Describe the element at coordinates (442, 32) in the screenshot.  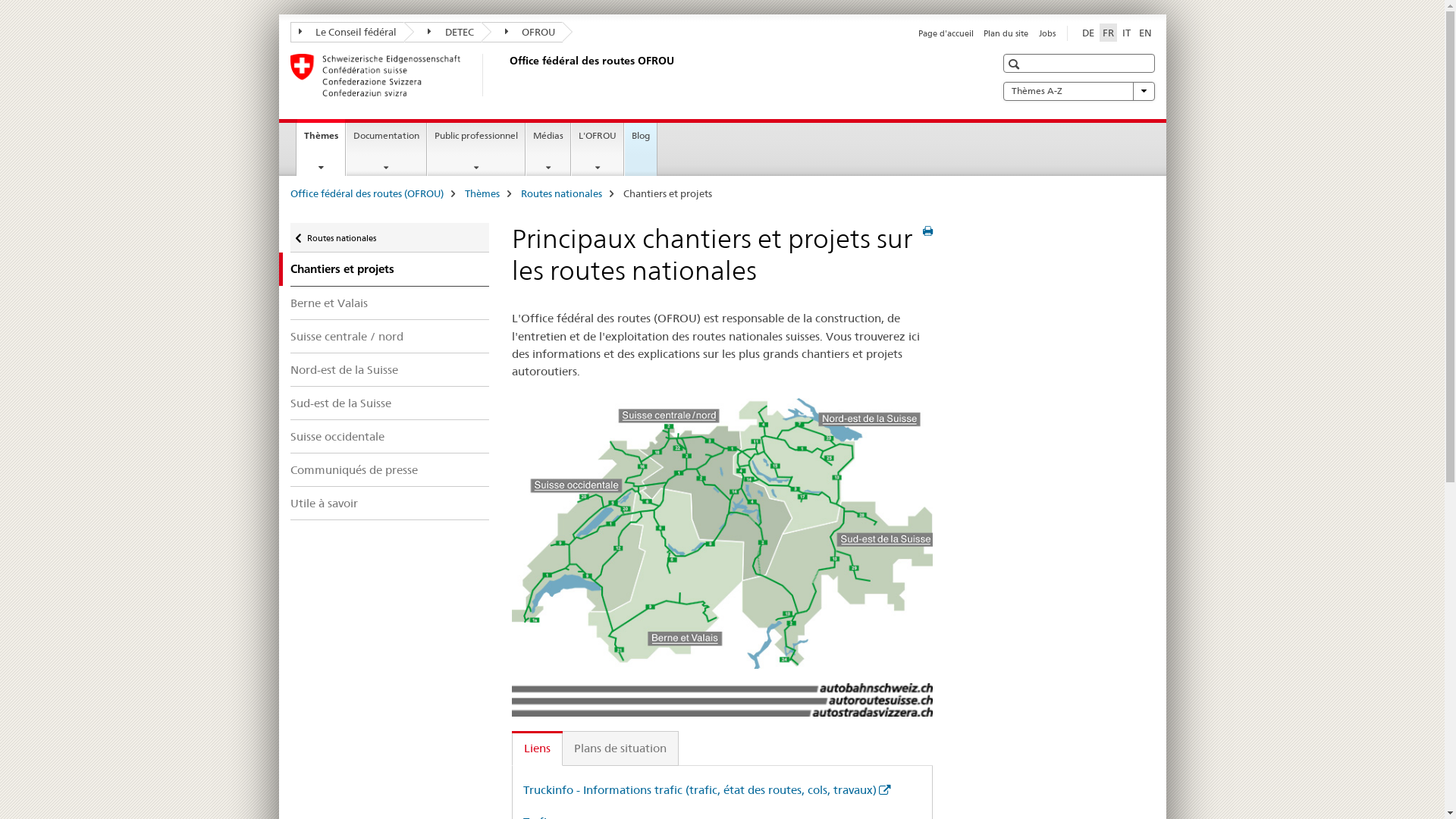
I see `'DETEC'` at that location.